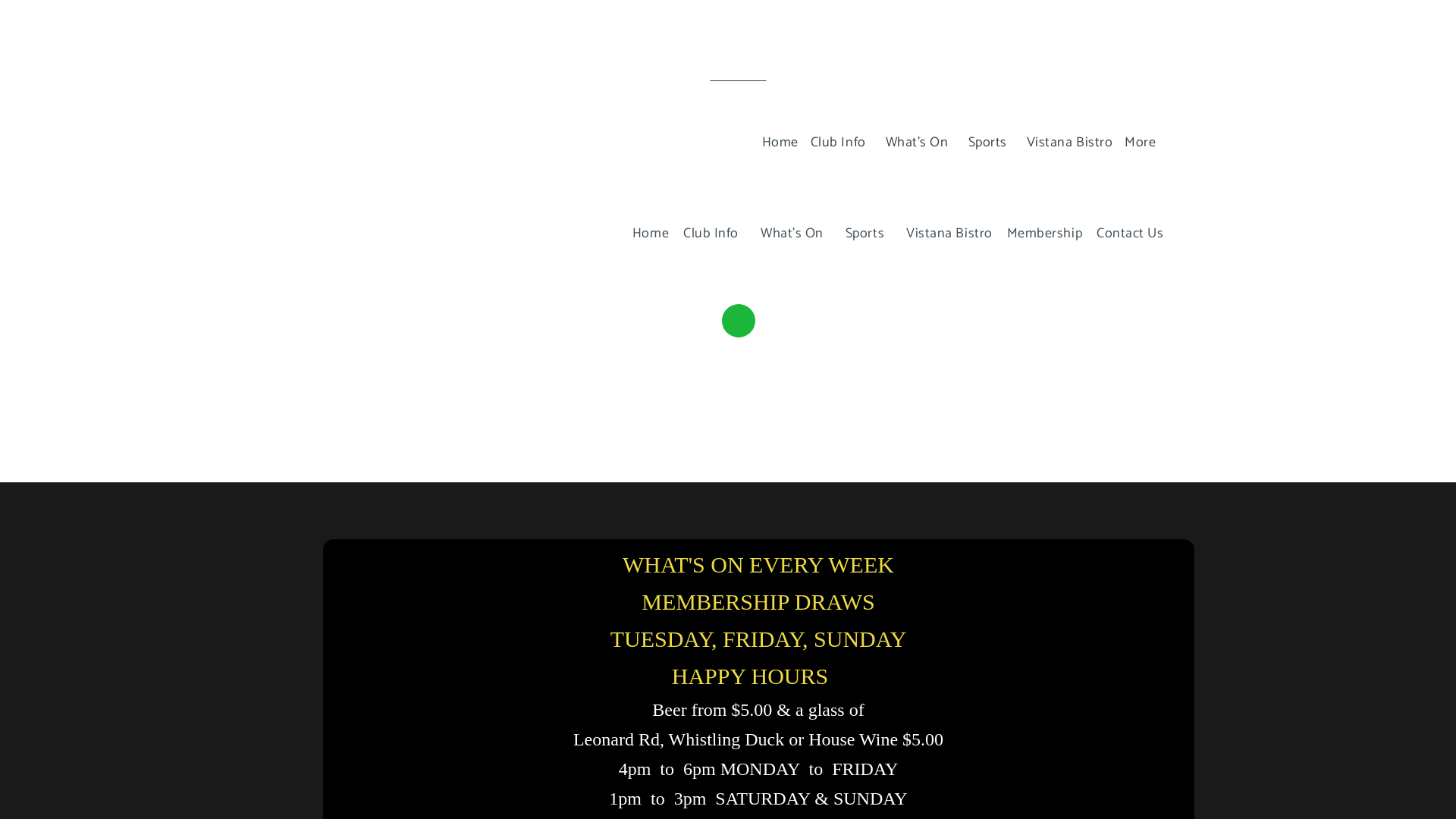  I want to click on 'Club Info', so click(706, 234).